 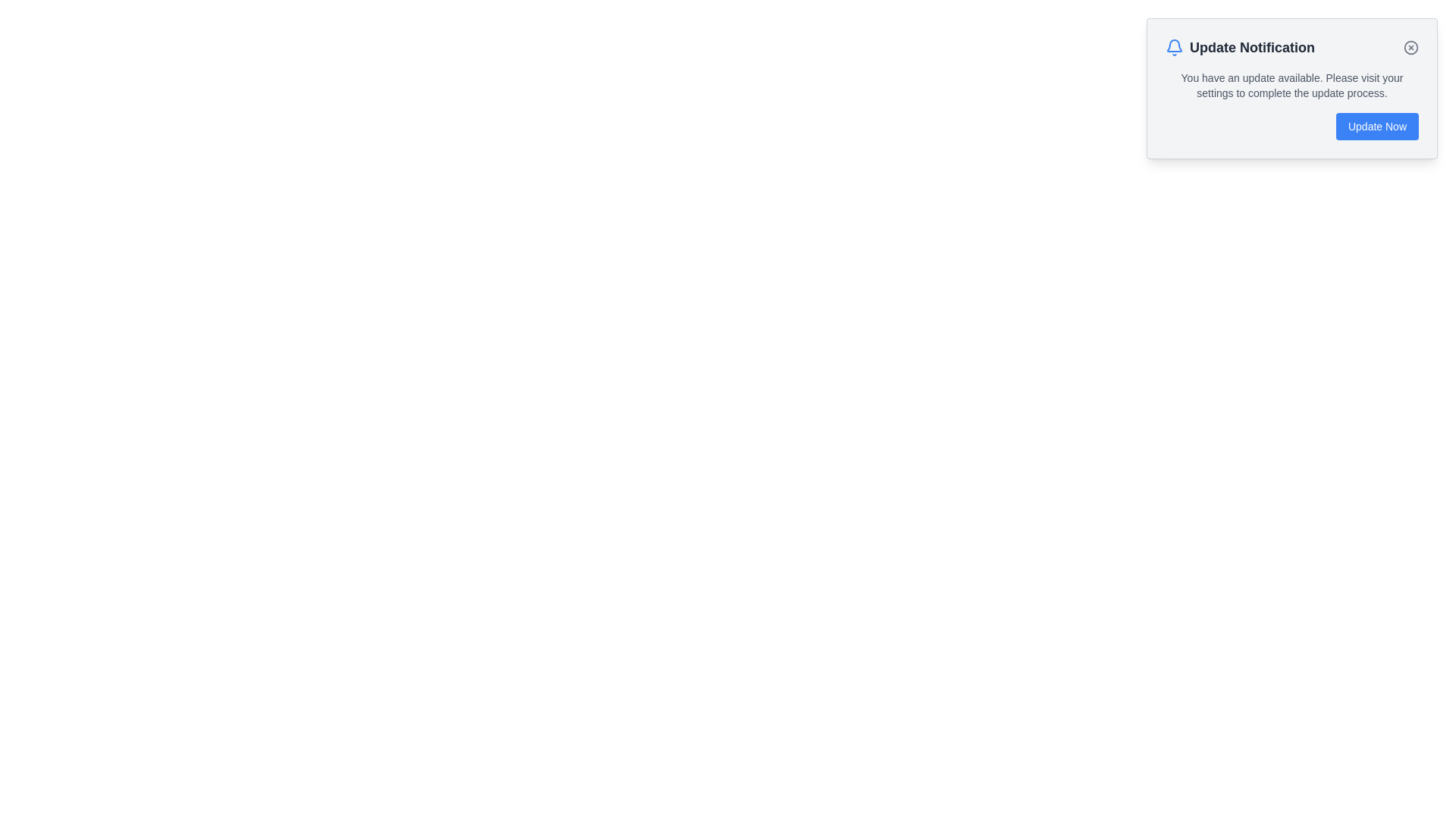 I want to click on the Section header containing an icon, text, and a button located at the top right of the notification card, so click(x=1291, y=46).